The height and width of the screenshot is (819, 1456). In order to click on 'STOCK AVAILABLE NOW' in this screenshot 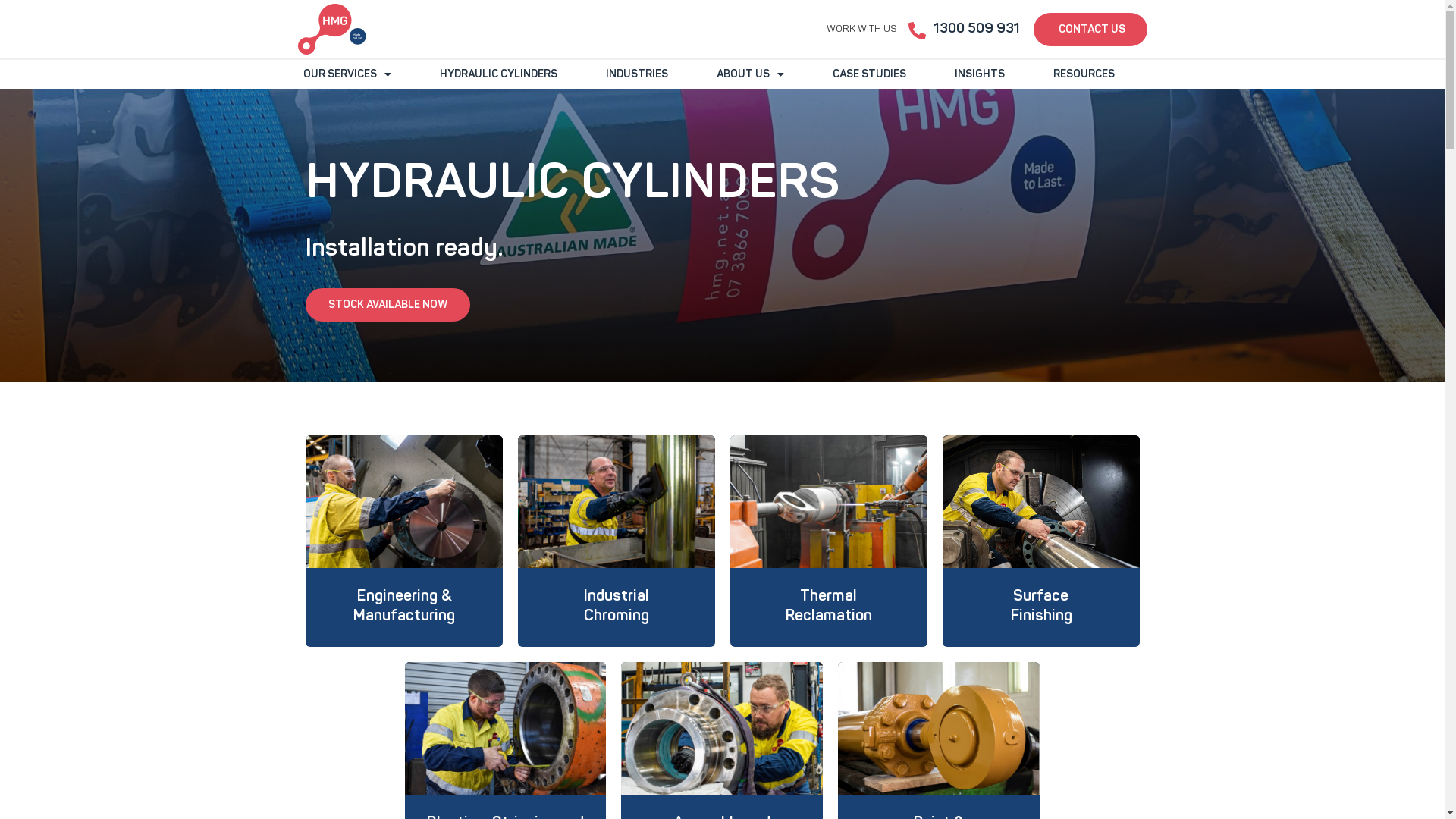, I will do `click(304, 304)`.